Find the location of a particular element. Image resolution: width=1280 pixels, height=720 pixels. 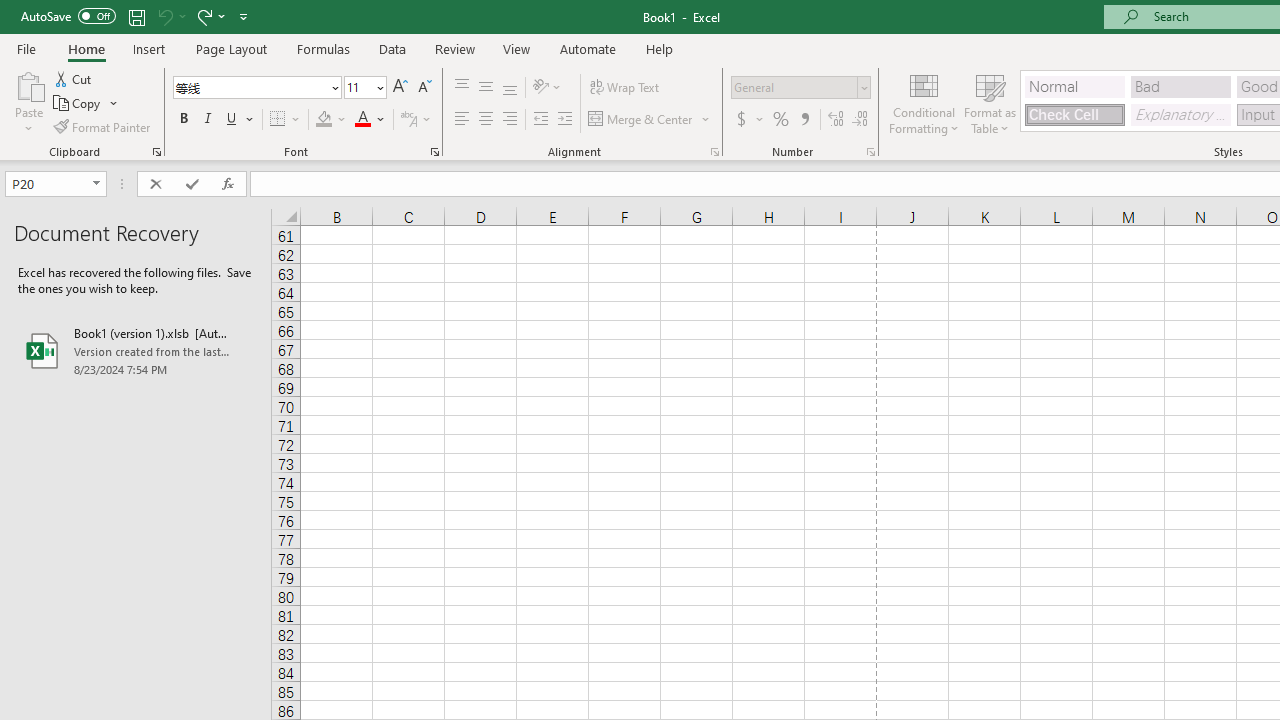

'Paste' is located at coordinates (28, 84).